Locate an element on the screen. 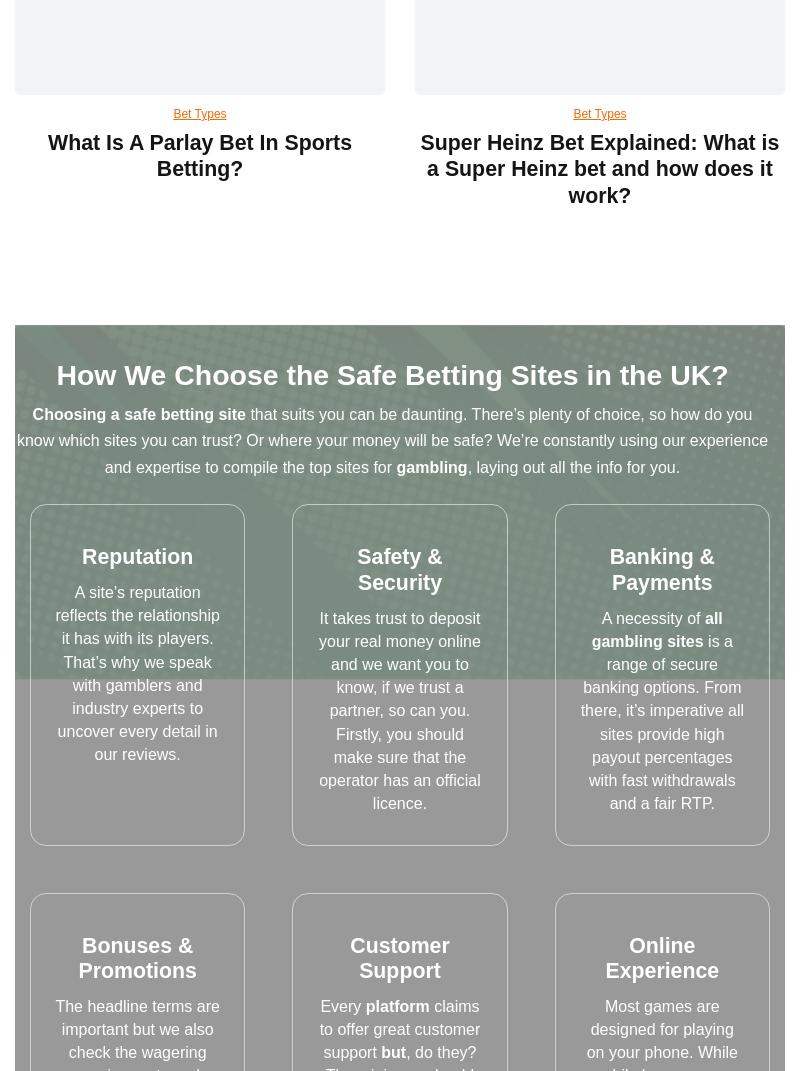  'What Is A Parlay Bet In Sports Betting?' is located at coordinates (198, 154).